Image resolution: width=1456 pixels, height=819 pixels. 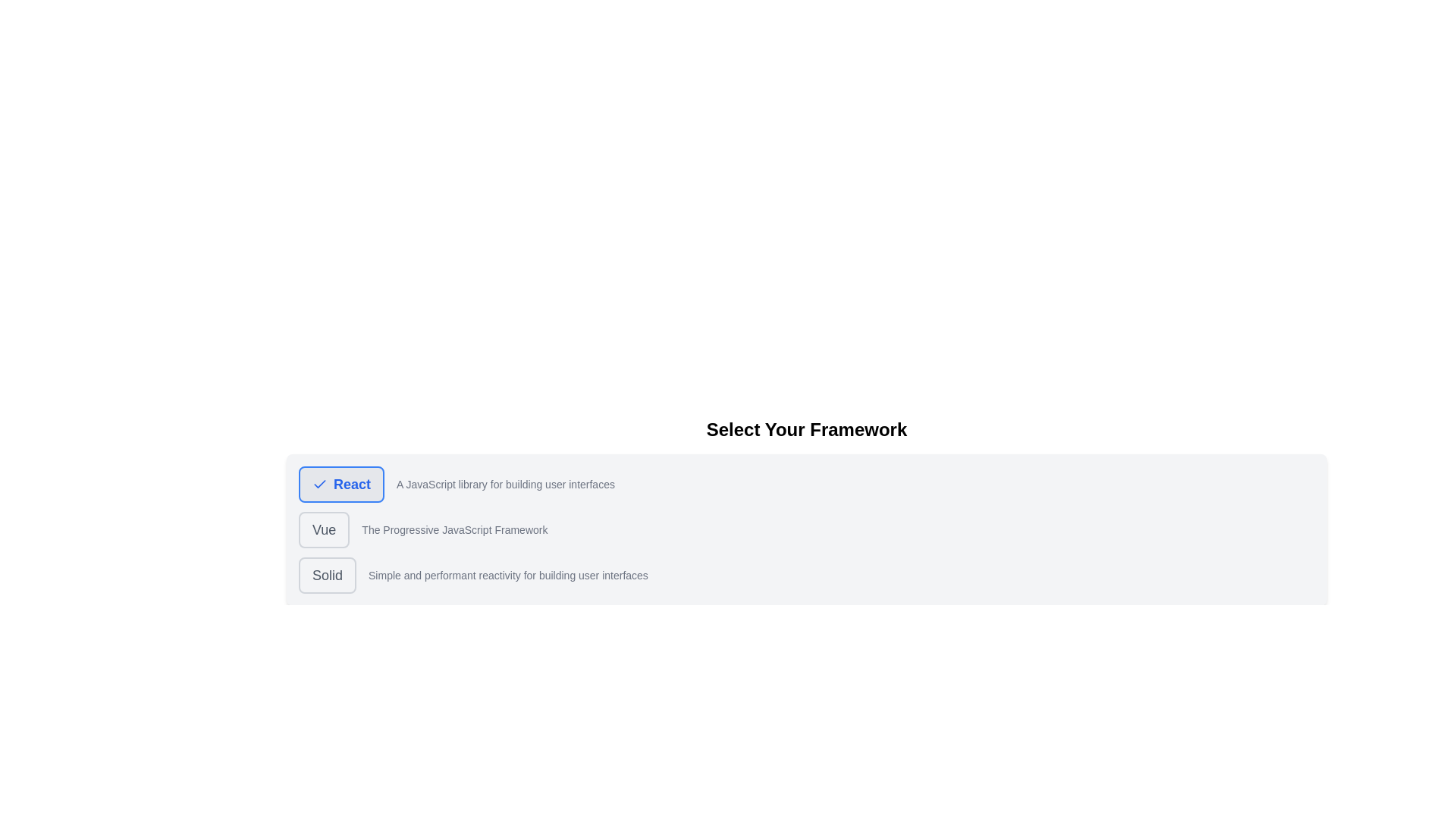 What do you see at coordinates (506, 485) in the screenshot?
I see `the descriptive text label that provides additional information about the React framework, positioned to the right of the primary React button` at bounding box center [506, 485].